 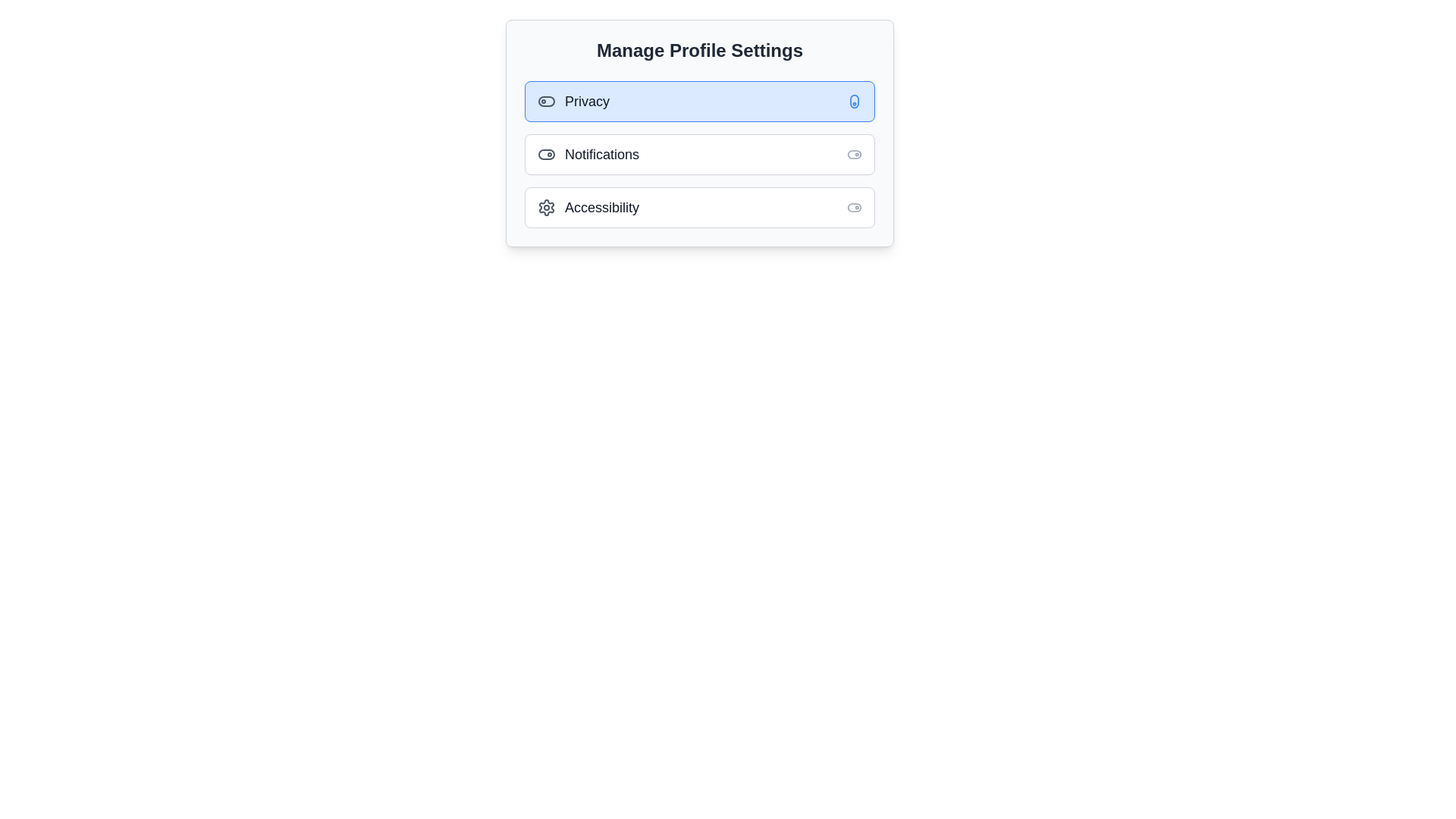 I want to click on the 'Notifications' text label, so click(x=588, y=155).